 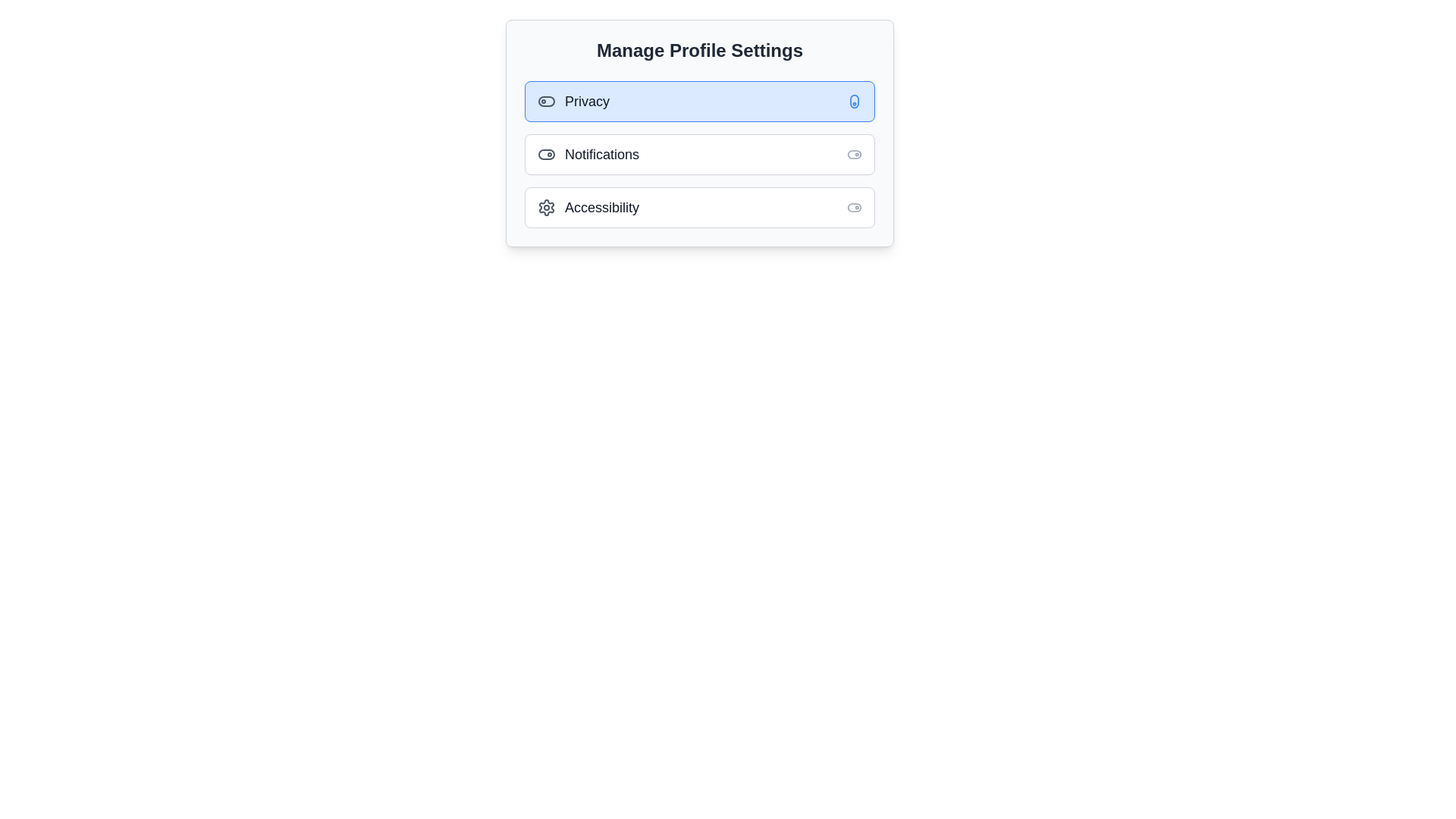 I want to click on the 'Notifications' text label, so click(x=588, y=155).